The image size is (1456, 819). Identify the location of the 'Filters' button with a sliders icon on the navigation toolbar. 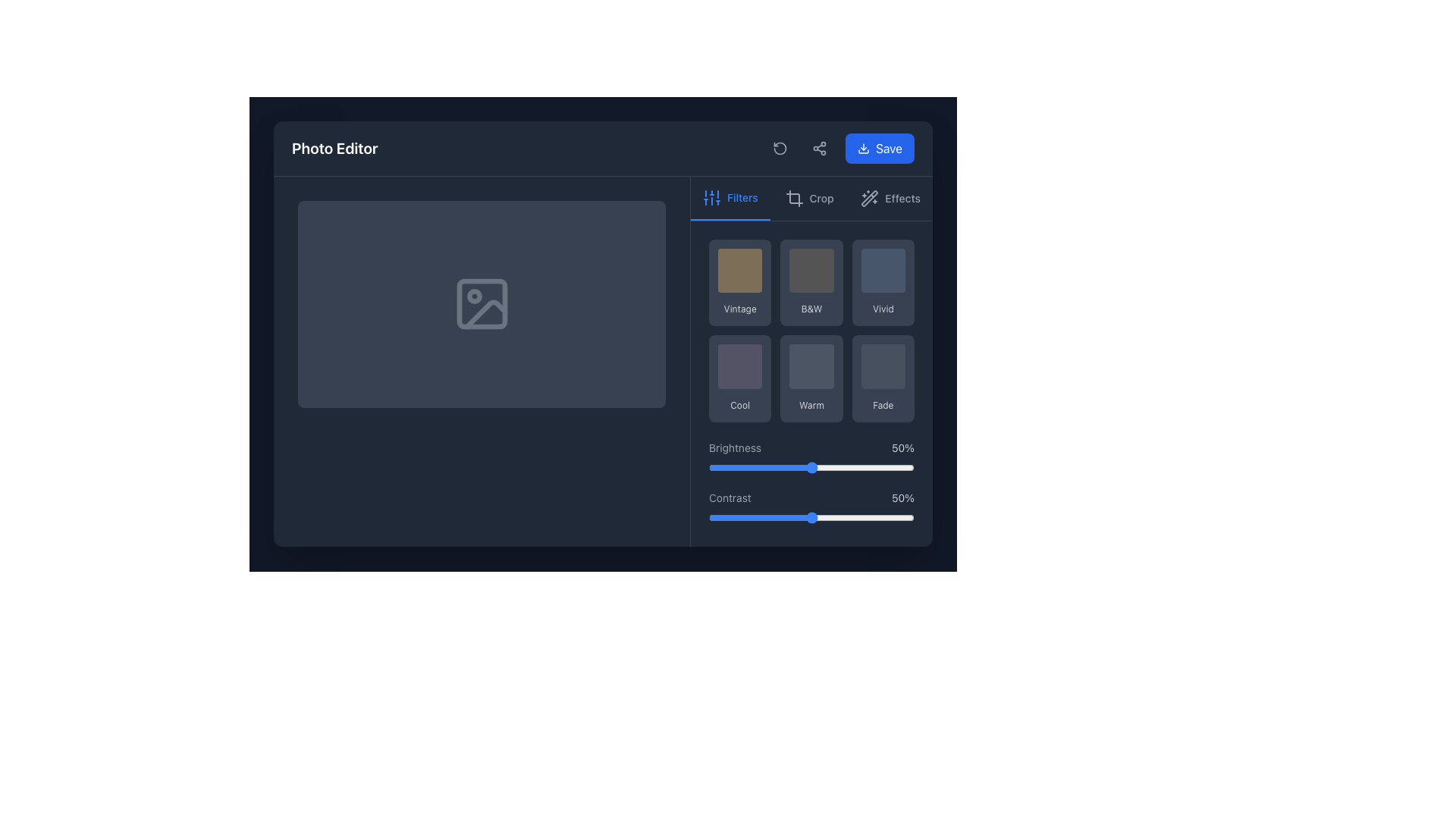
(730, 198).